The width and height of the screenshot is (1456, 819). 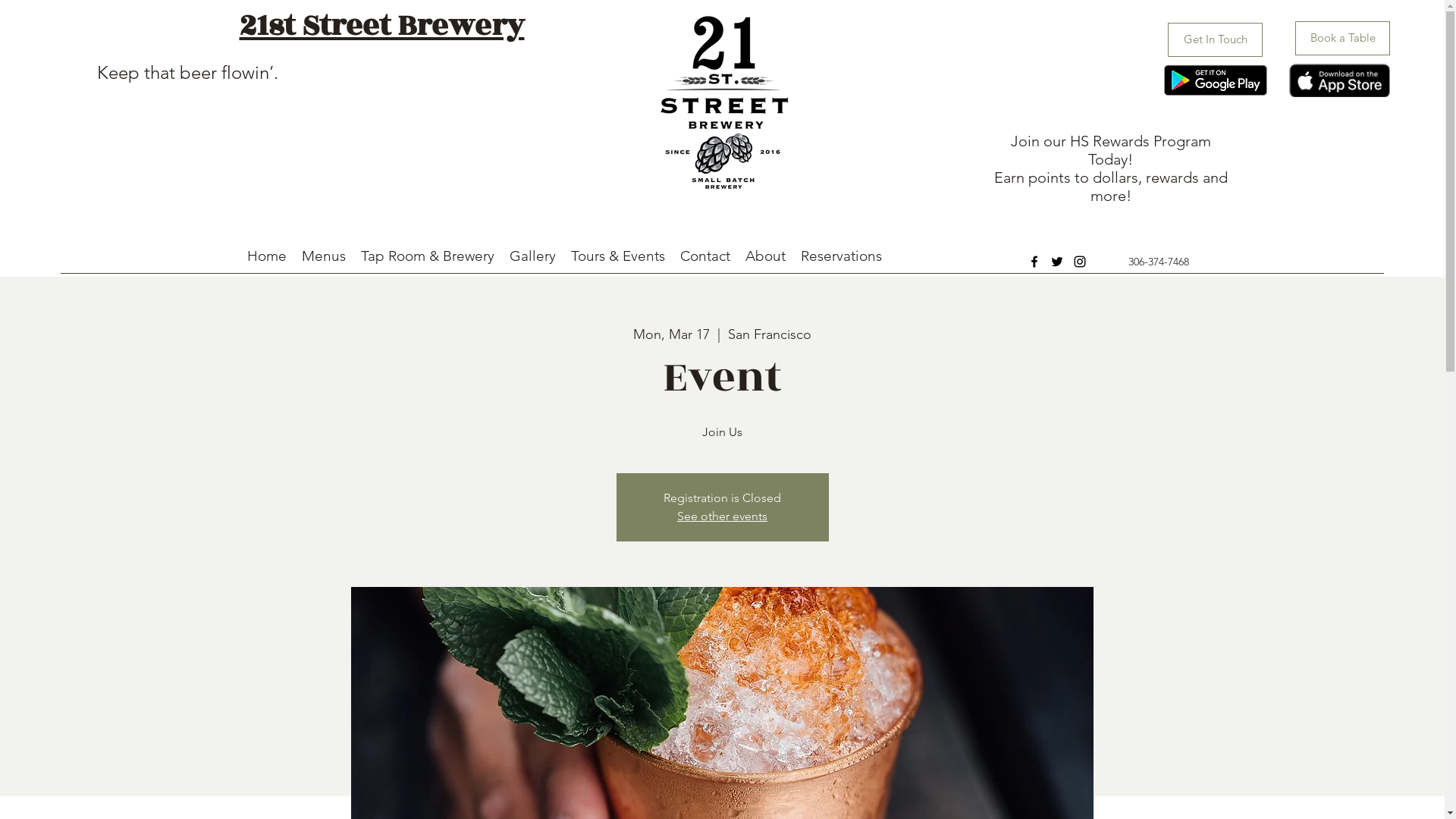 What do you see at coordinates (562, 256) in the screenshot?
I see `'Tours & Events'` at bounding box center [562, 256].